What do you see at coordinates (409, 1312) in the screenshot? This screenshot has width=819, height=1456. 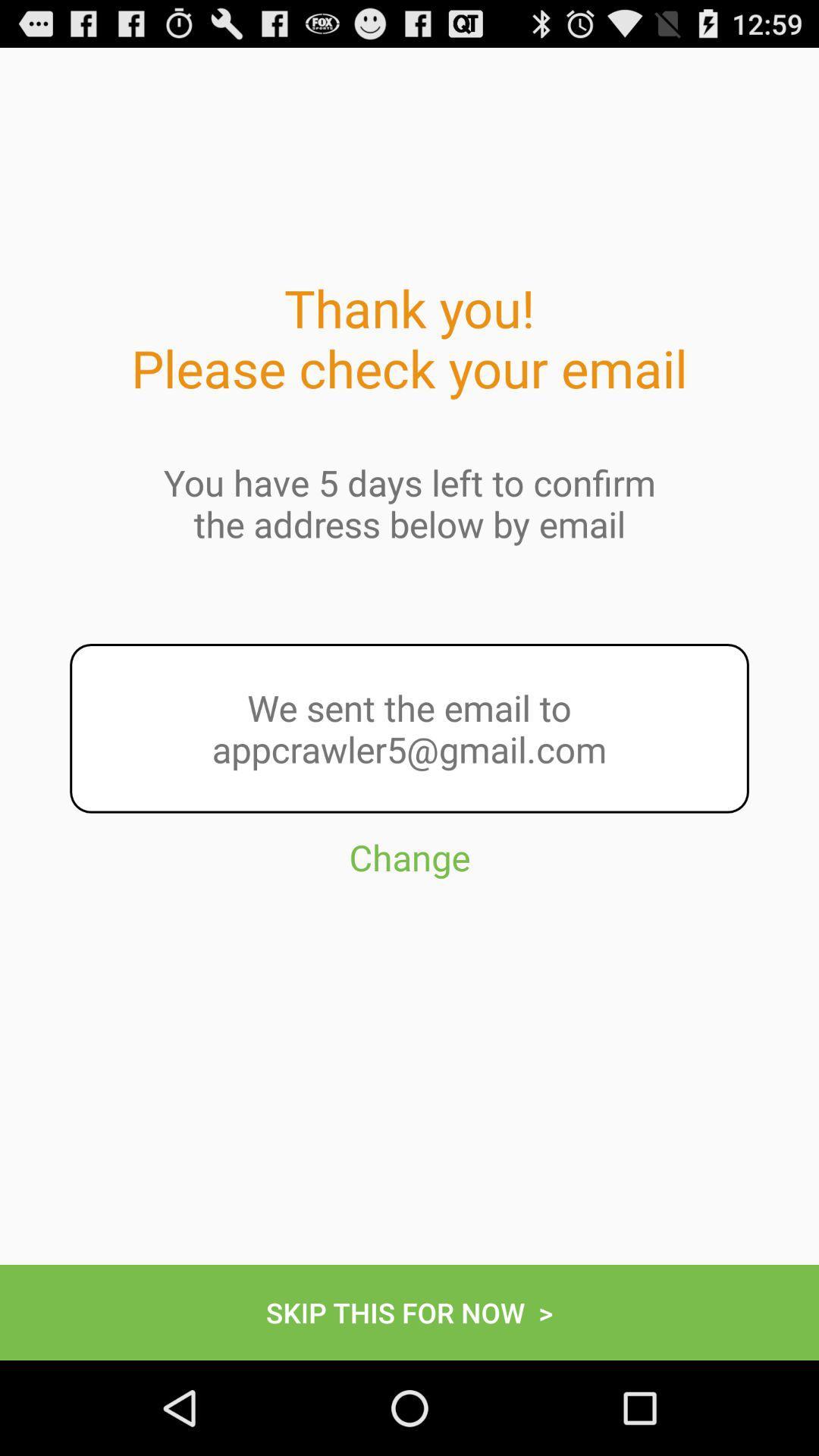 I see `skip this for` at bounding box center [409, 1312].